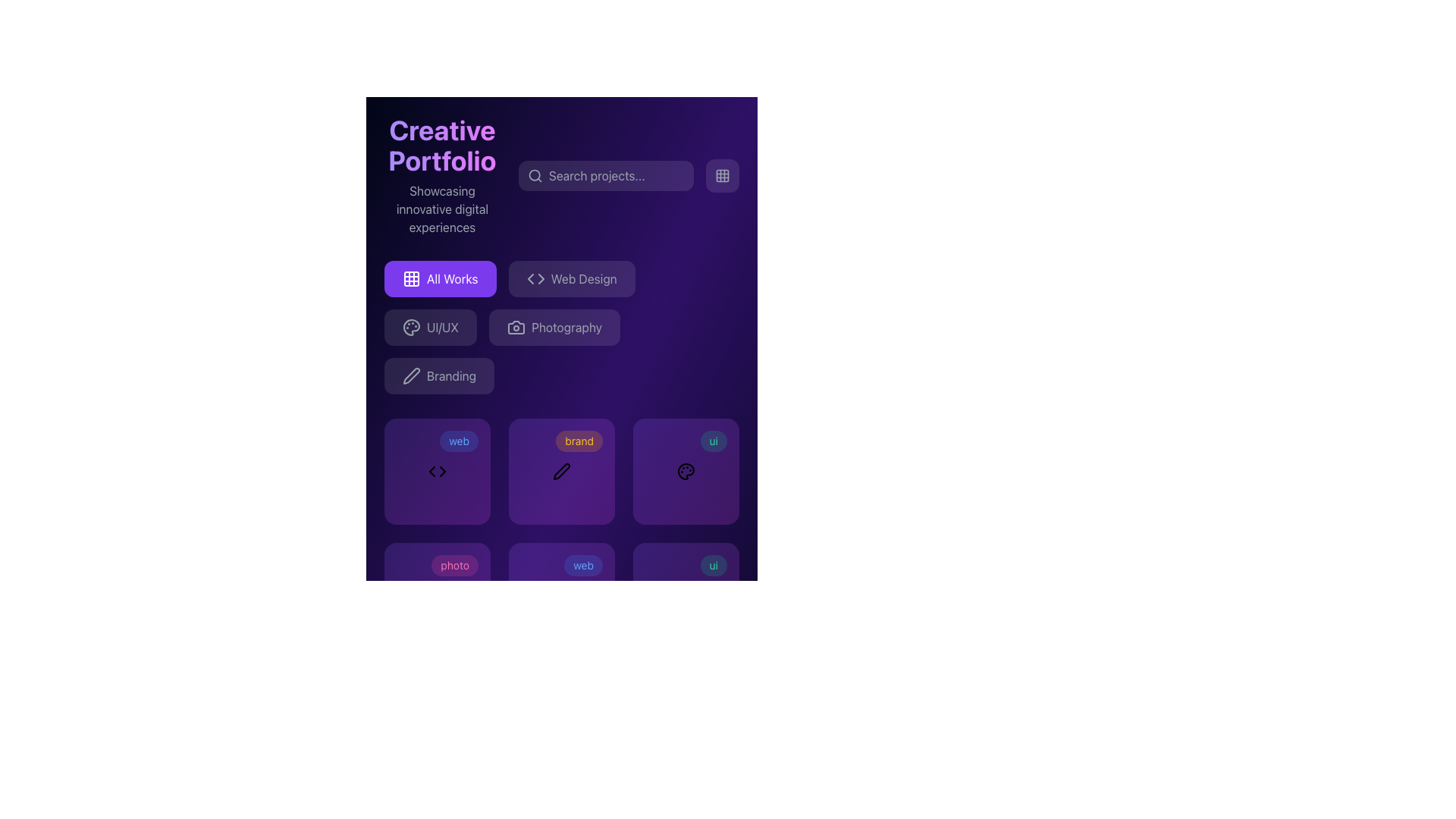  I want to click on the button labeled 'Web Design' that has a code symbol icon and a semi-transparent dark background, so click(571, 278).